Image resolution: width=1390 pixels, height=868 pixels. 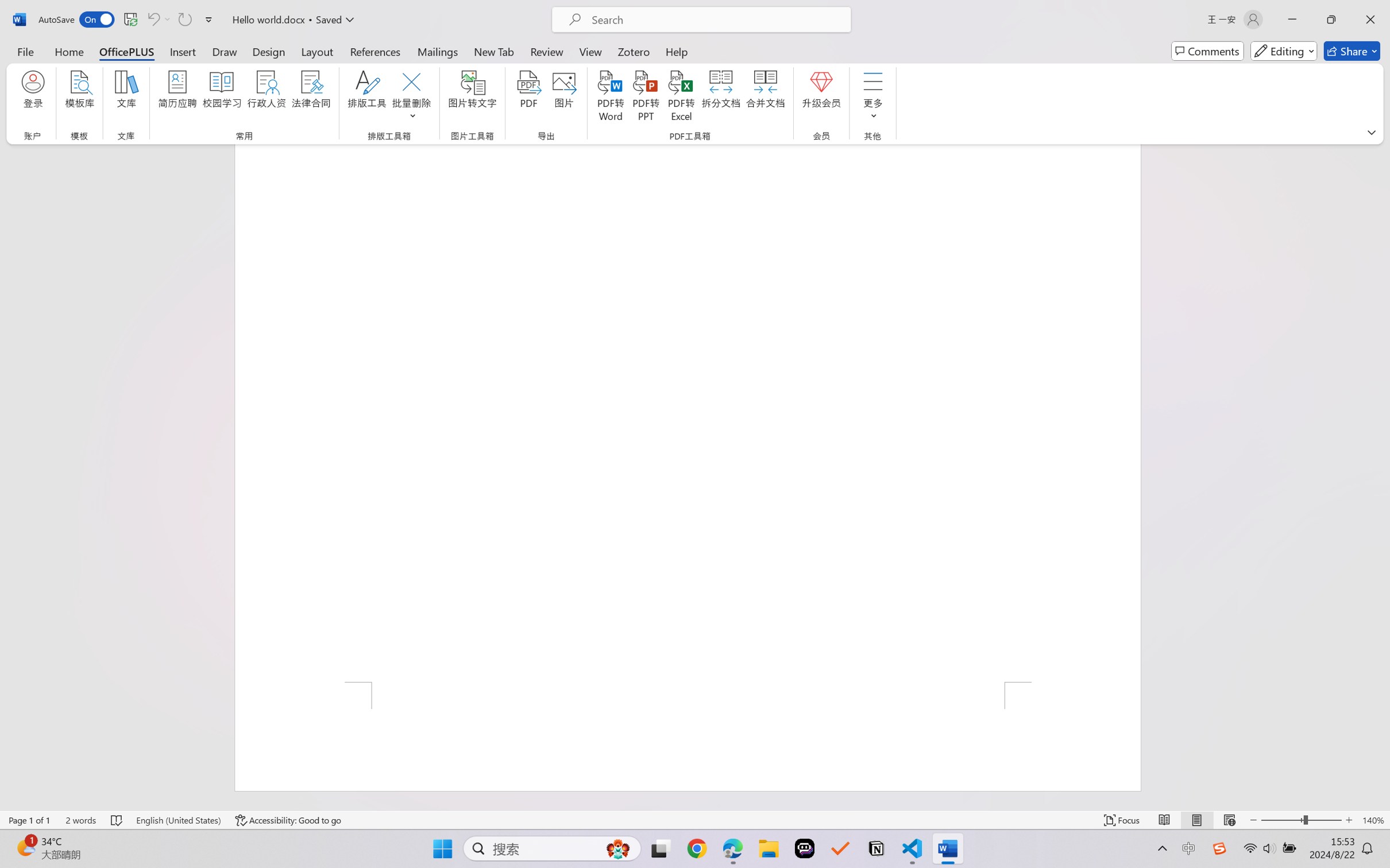 What do you see at coordinates (676, 51) in the screenshot?
I see `'Help'` at bounding box center [676, 51].